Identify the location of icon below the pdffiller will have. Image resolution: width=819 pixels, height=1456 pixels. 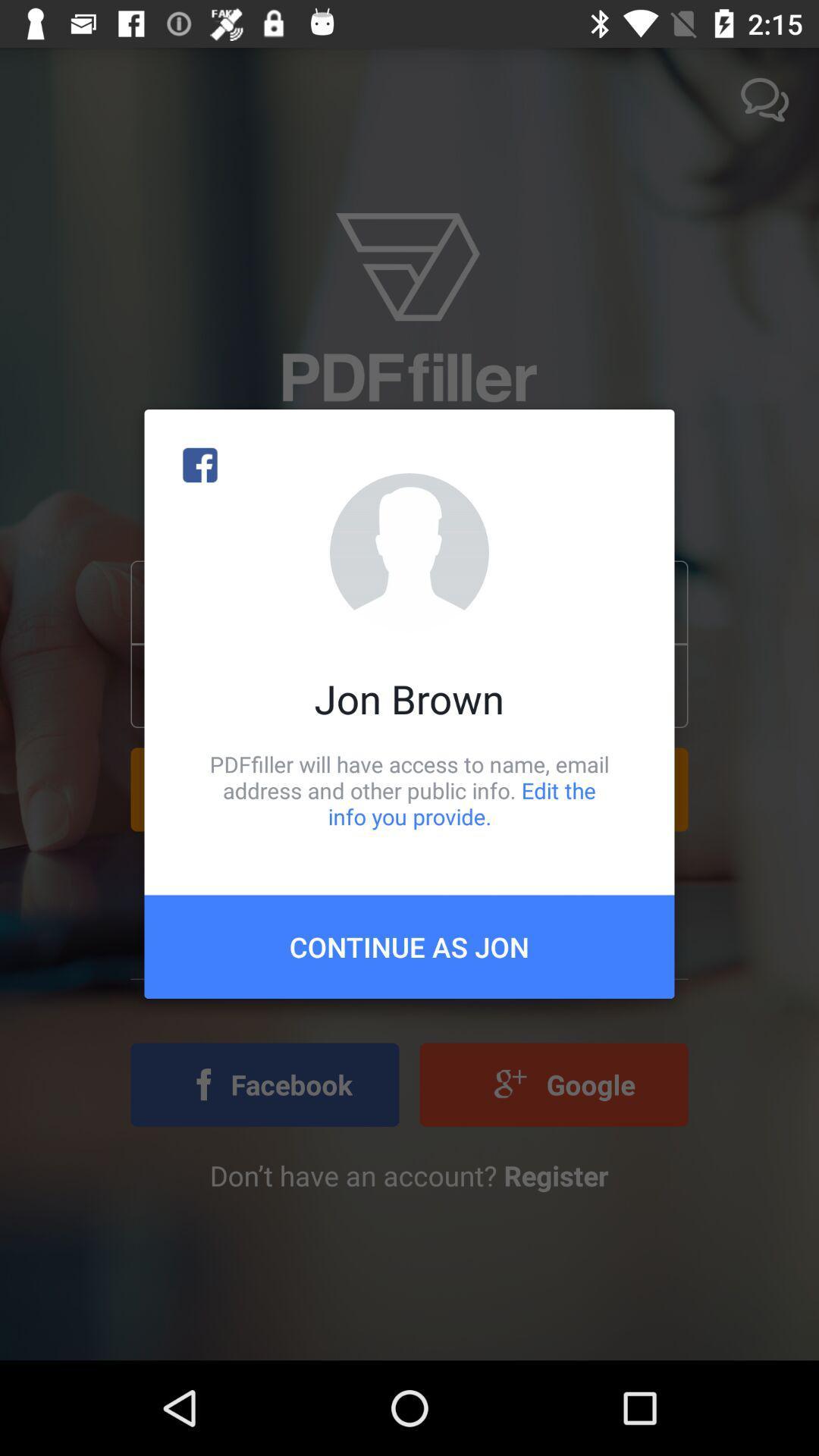
(409, 946).